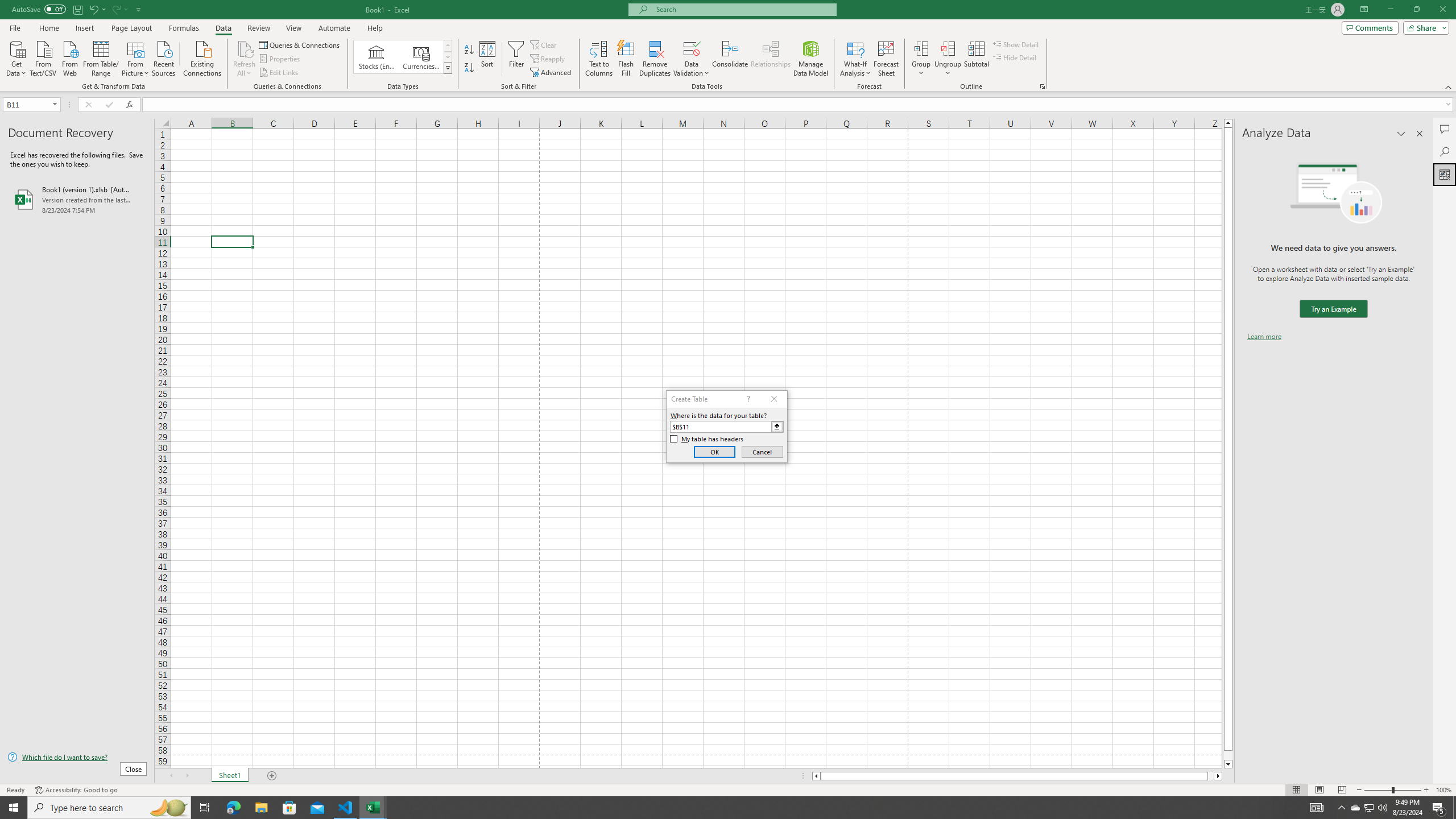  What do you see at coordinates (886, 59) in the screenshot?
I see `'Forecast Sheet'` at bounding box center [886, 59].